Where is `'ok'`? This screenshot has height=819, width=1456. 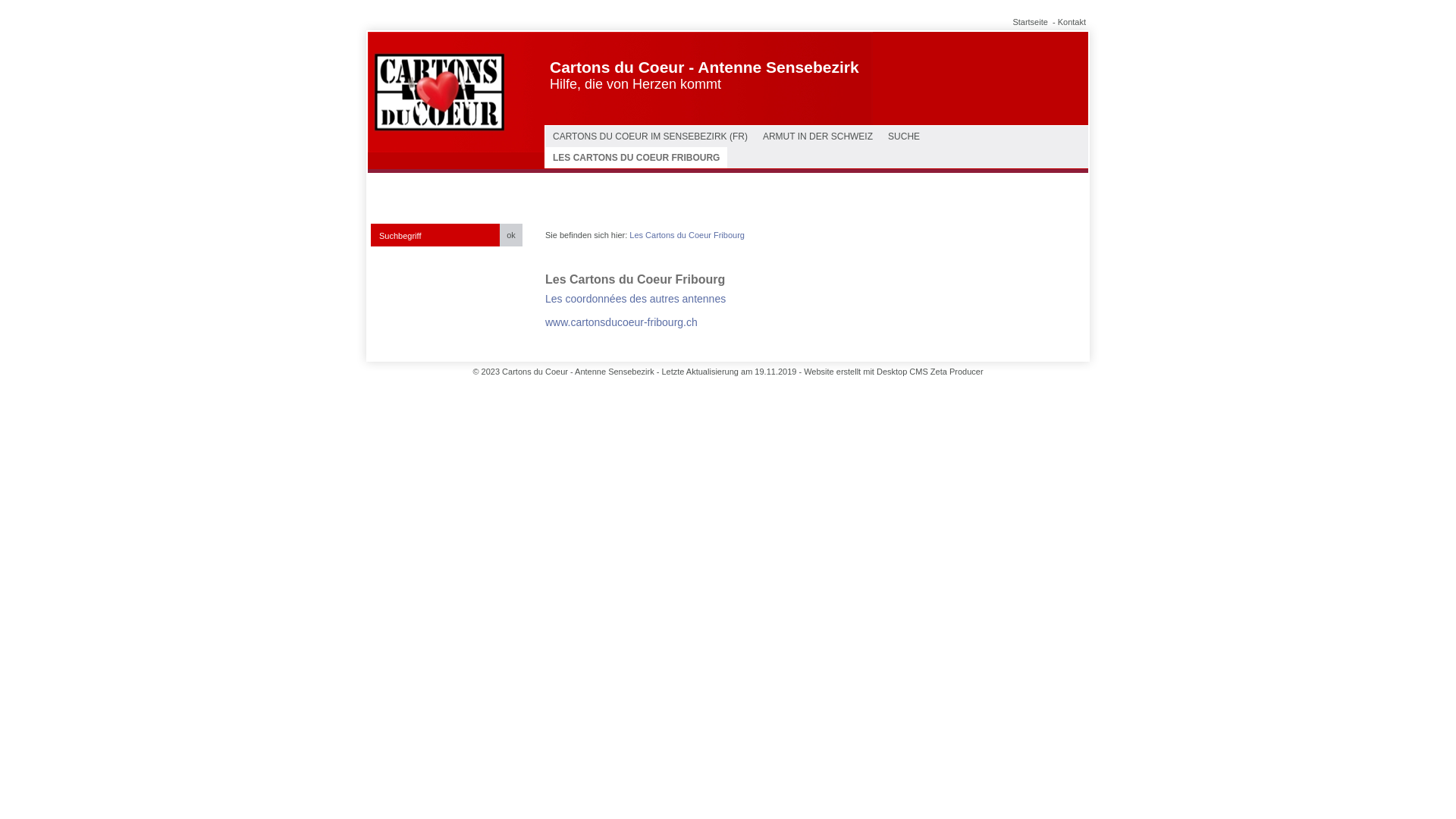
'ok' is located at coordinates (510, 234).